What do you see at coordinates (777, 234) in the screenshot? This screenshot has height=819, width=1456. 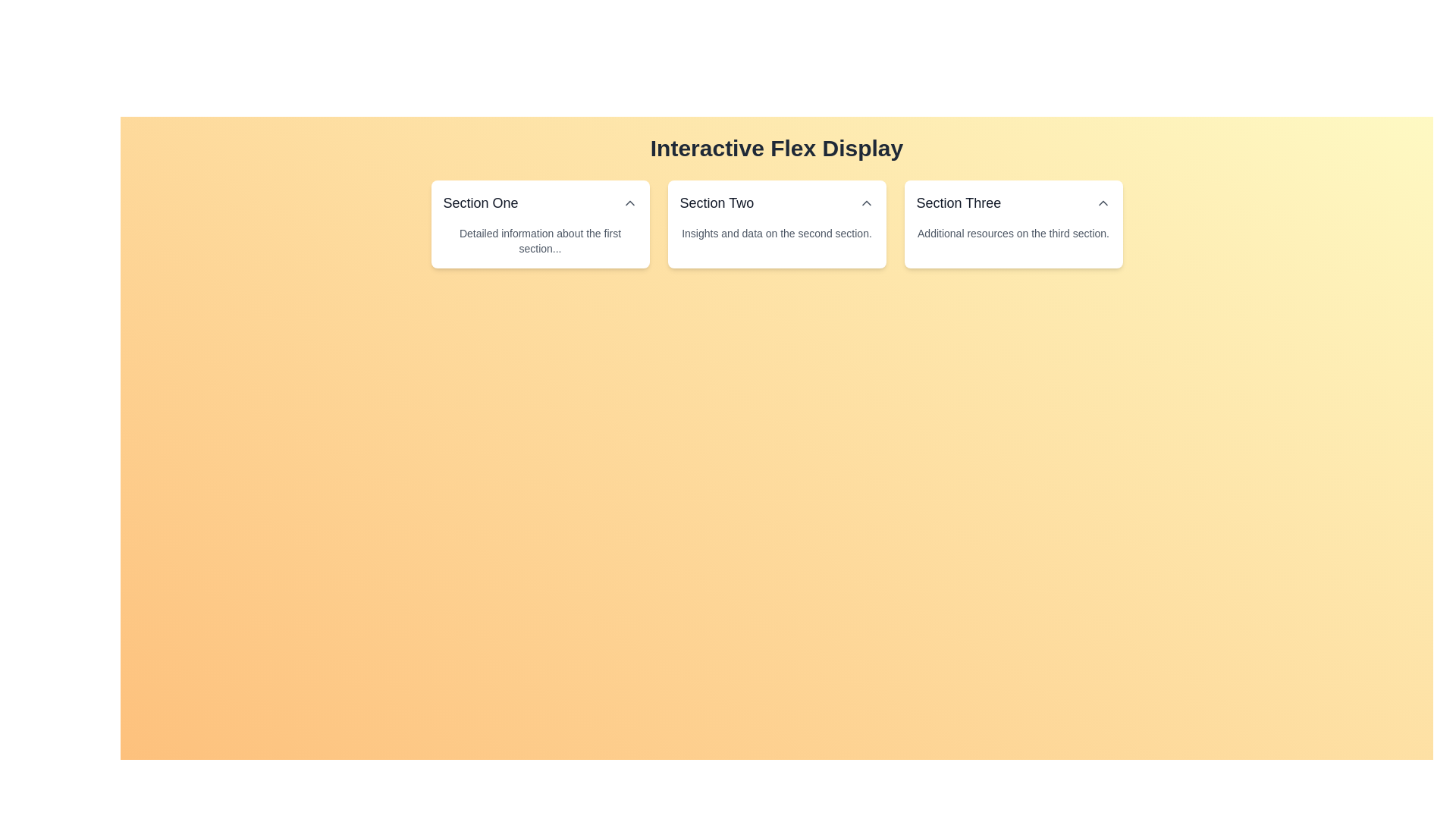 I see `the text content displaying 'Insights and data on the second section.' located beneath the title 'Section Two' in the second card of the three horizontally aligned cards` at bounding box center [777, 234].